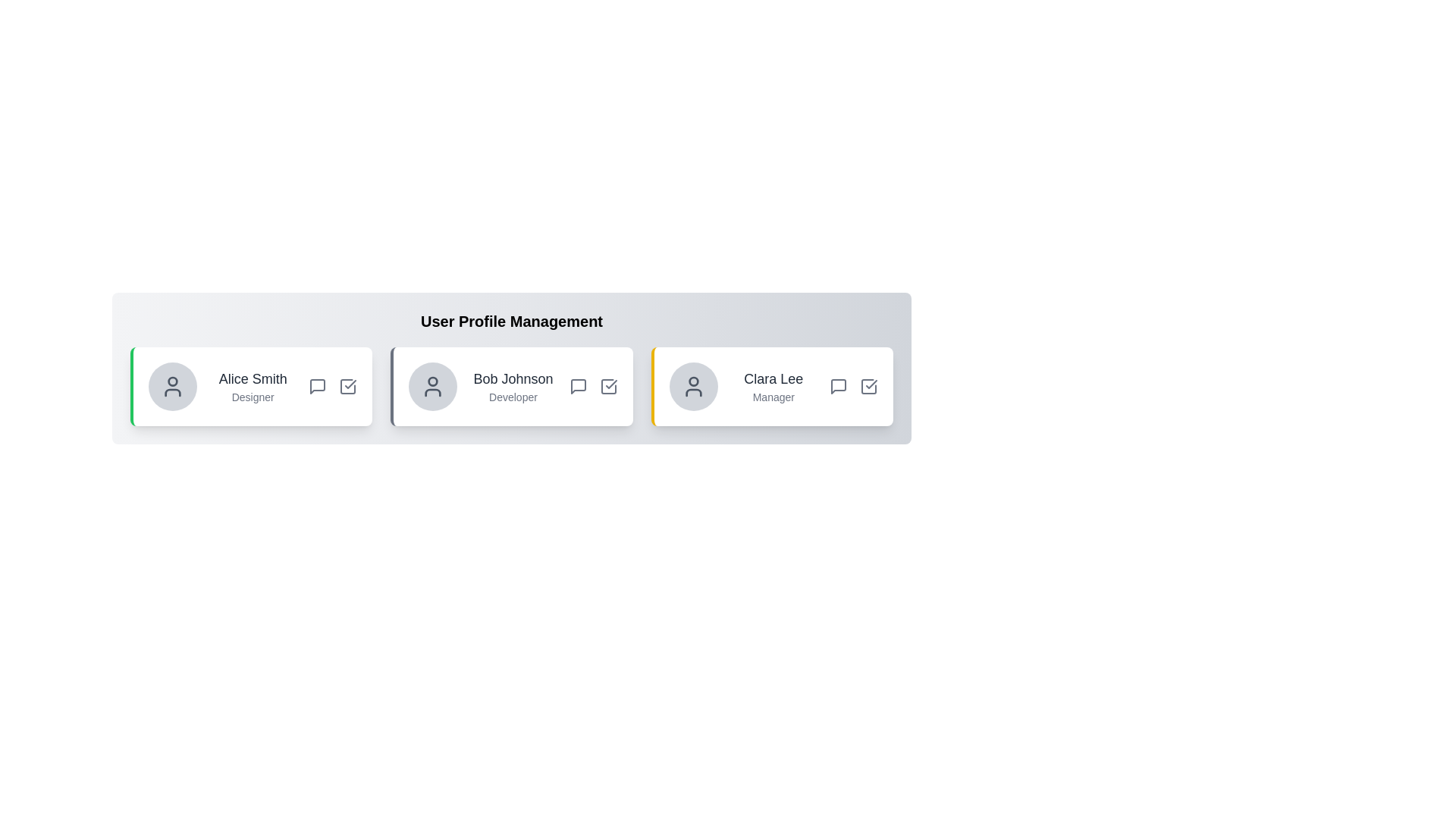 This screenshot has width=1456, height=819. I want to click on the text label displaying the name 'Clara Lee', which identifies the user profile and is located above the text 'Manager' in the user profile card, so click(773, 378).